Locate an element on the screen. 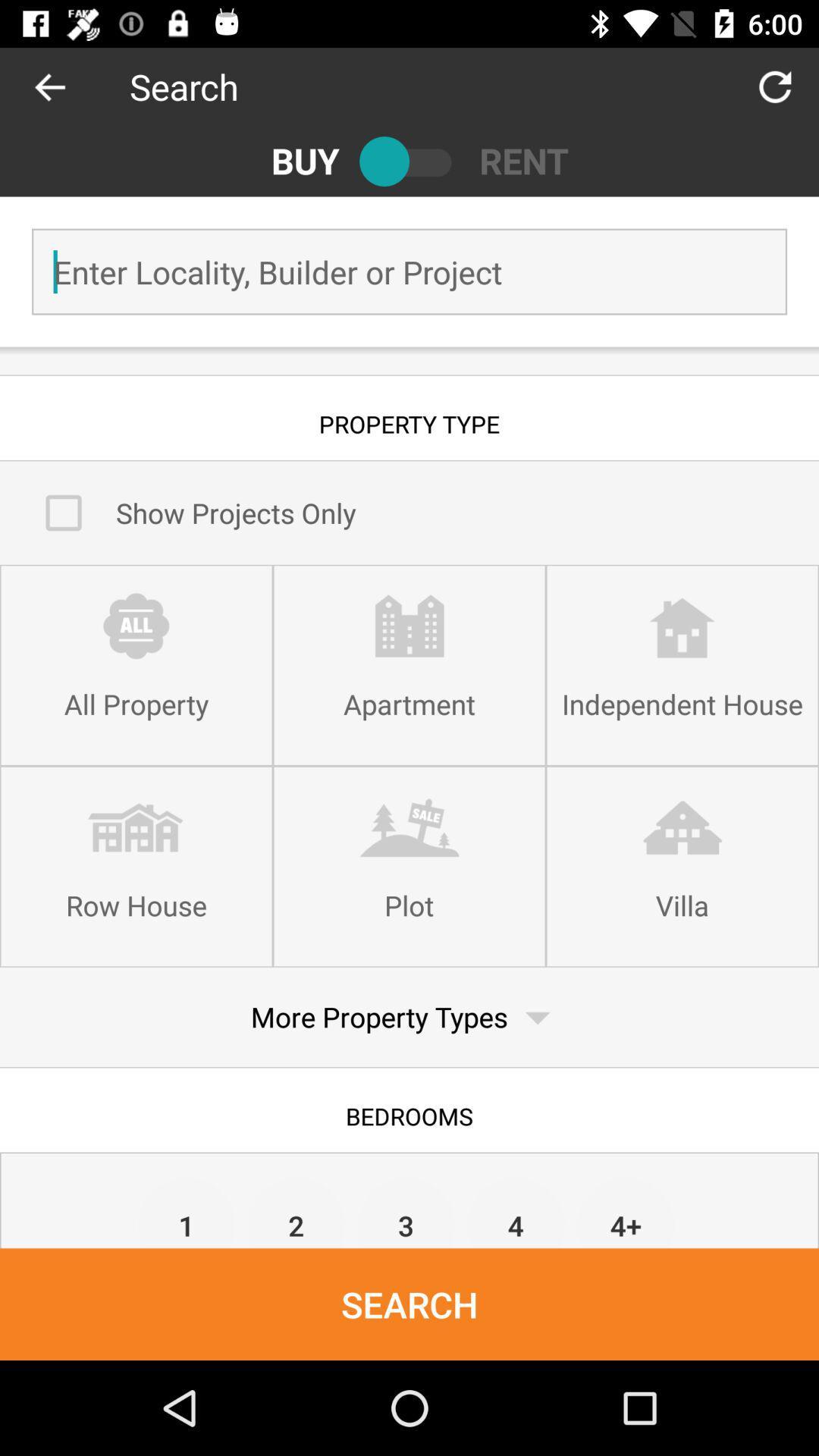  the refresh icon is located at coordinates (775, 86).